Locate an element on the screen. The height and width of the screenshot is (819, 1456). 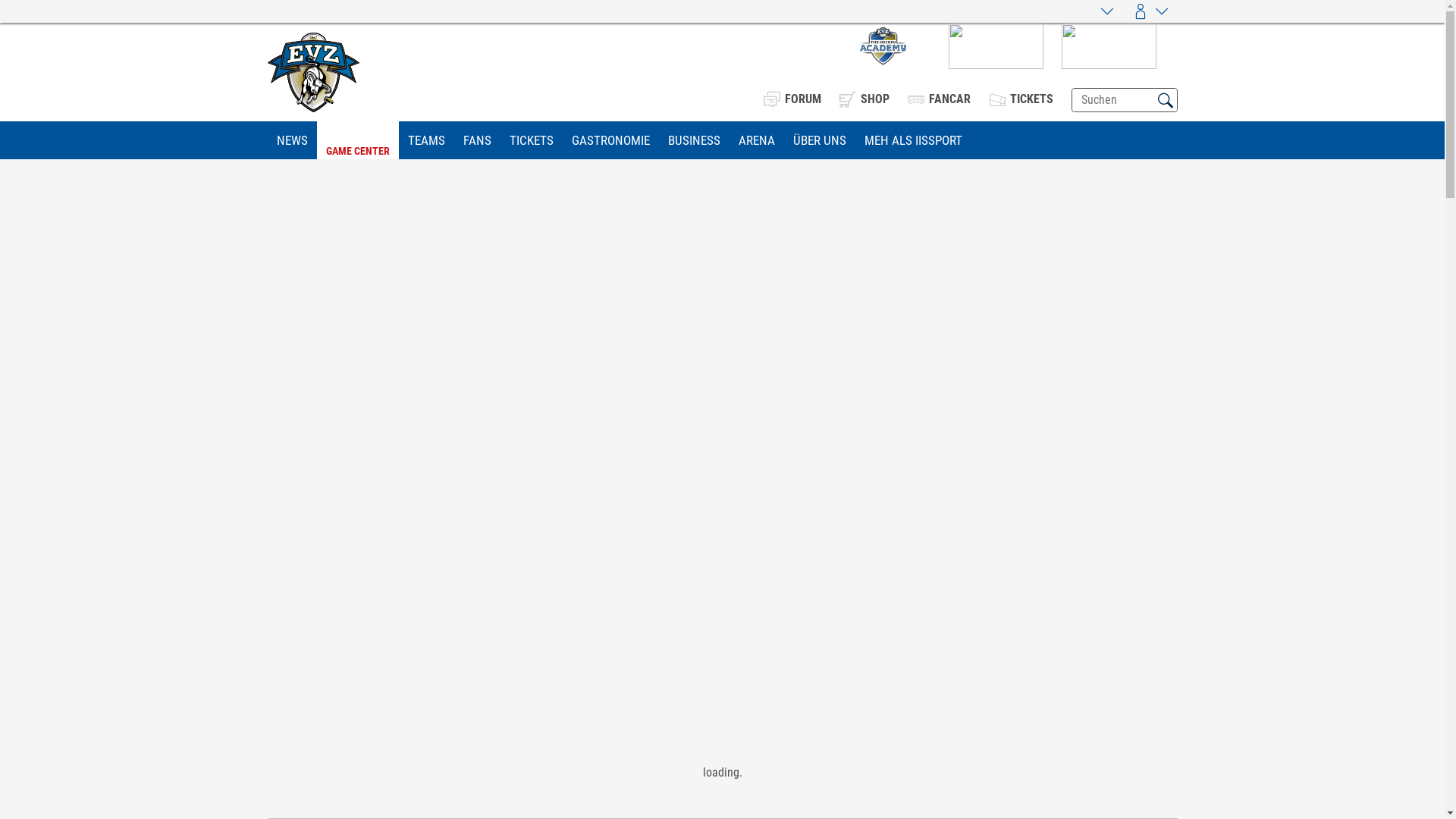
'GAME CENTER' is located at coordinates (356, 140).